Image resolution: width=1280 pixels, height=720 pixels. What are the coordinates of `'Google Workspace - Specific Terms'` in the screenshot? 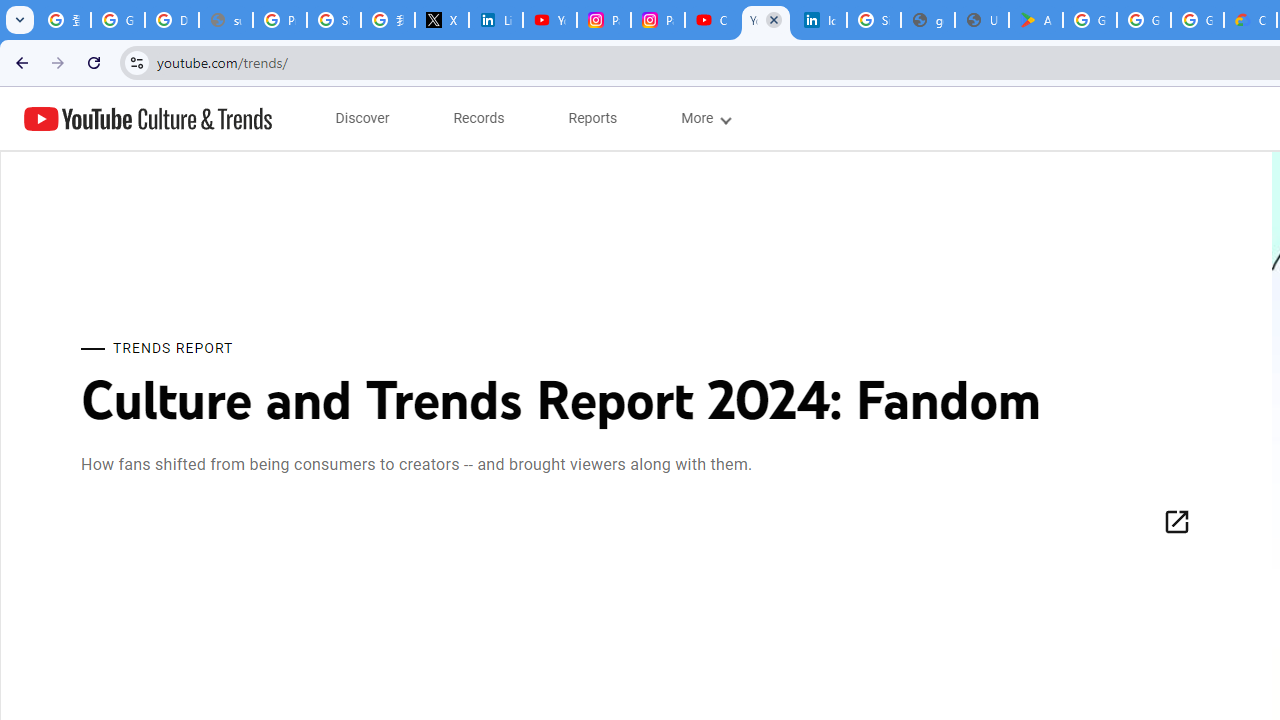 It's located at (1144, 20).